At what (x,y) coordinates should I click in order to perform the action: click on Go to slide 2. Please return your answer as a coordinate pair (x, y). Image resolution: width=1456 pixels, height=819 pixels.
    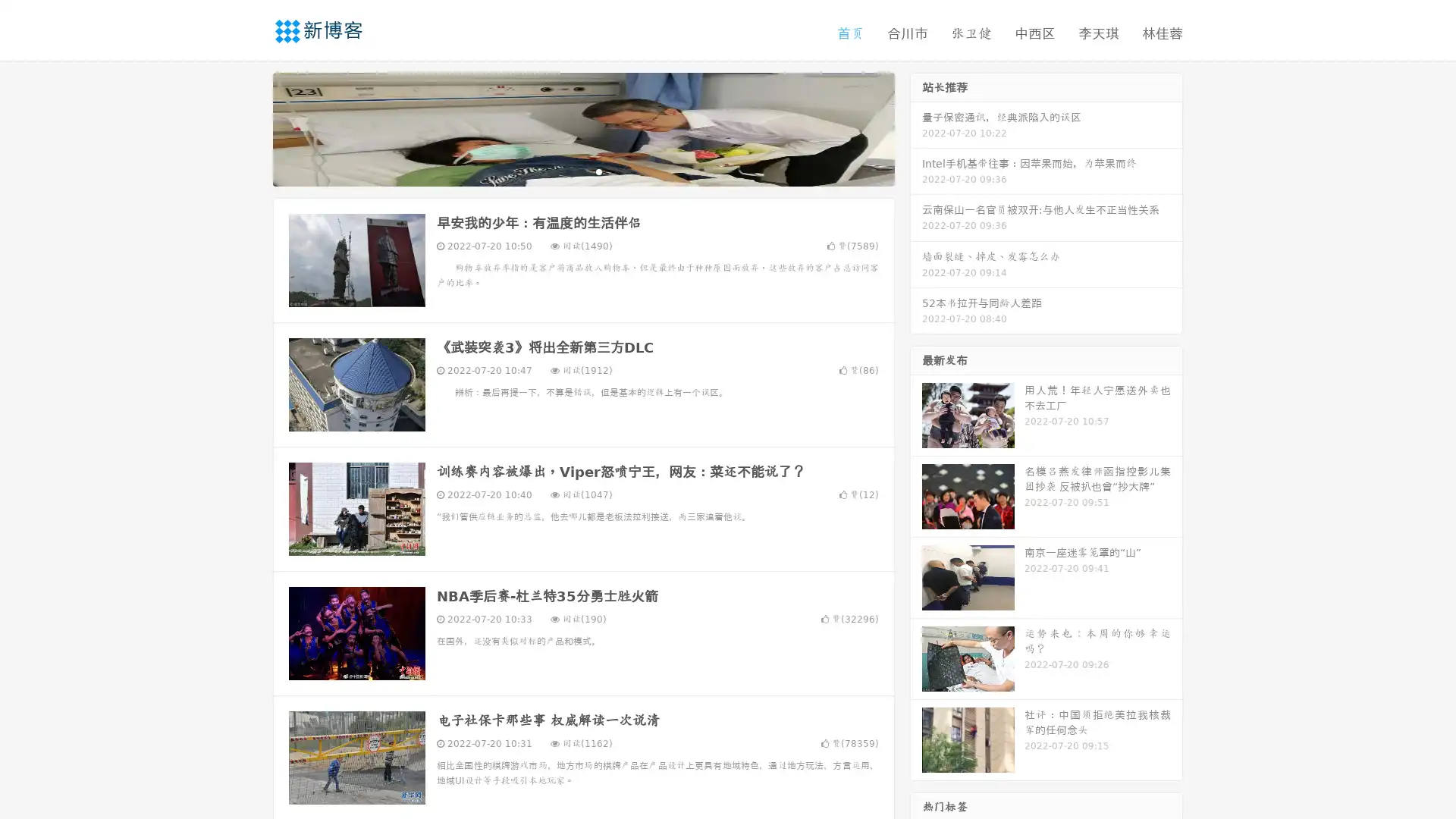
    Looking at the image, I should click on (582, 171).